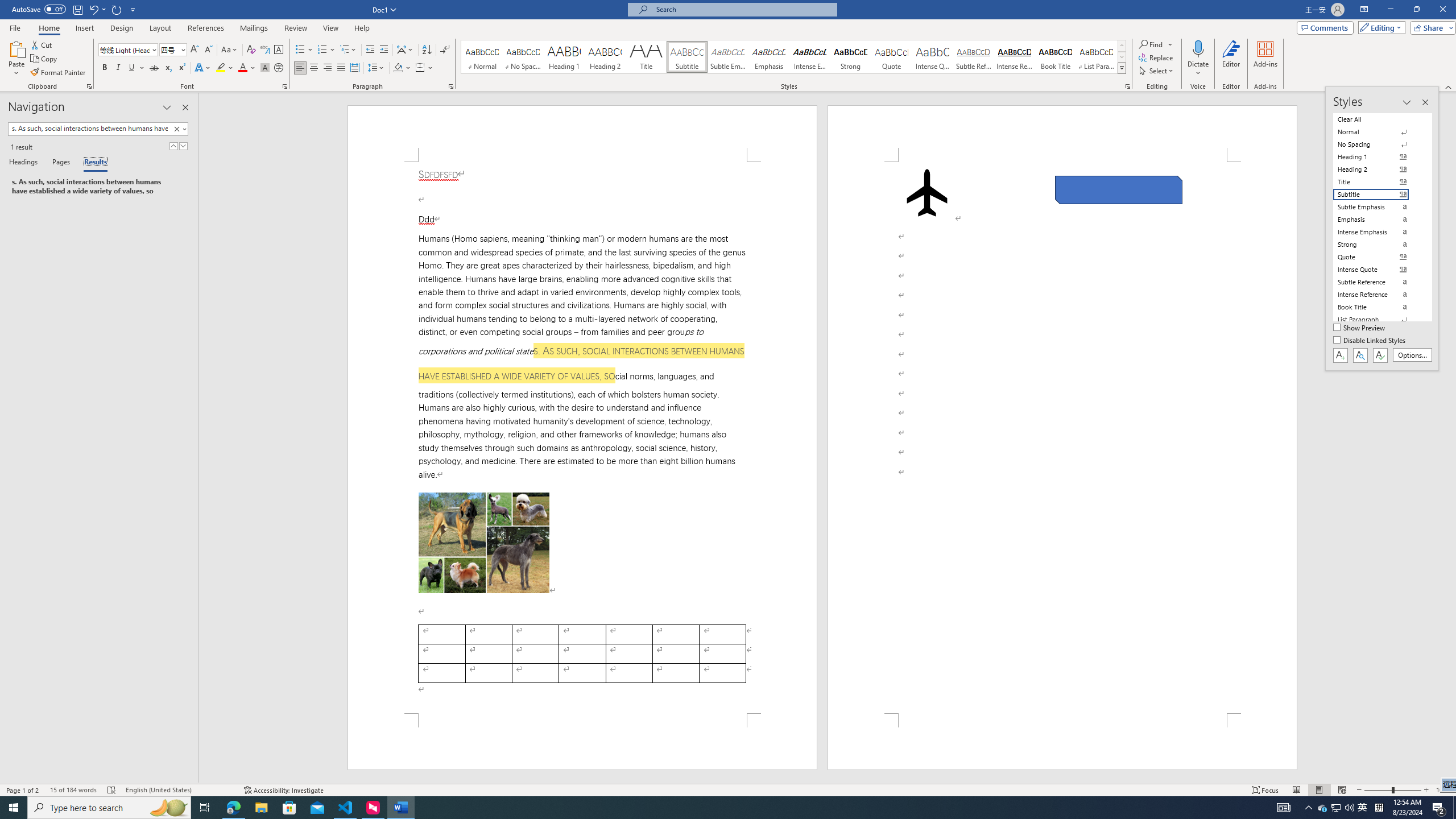  I want to click on 'Heading 2', so click(605, 56).